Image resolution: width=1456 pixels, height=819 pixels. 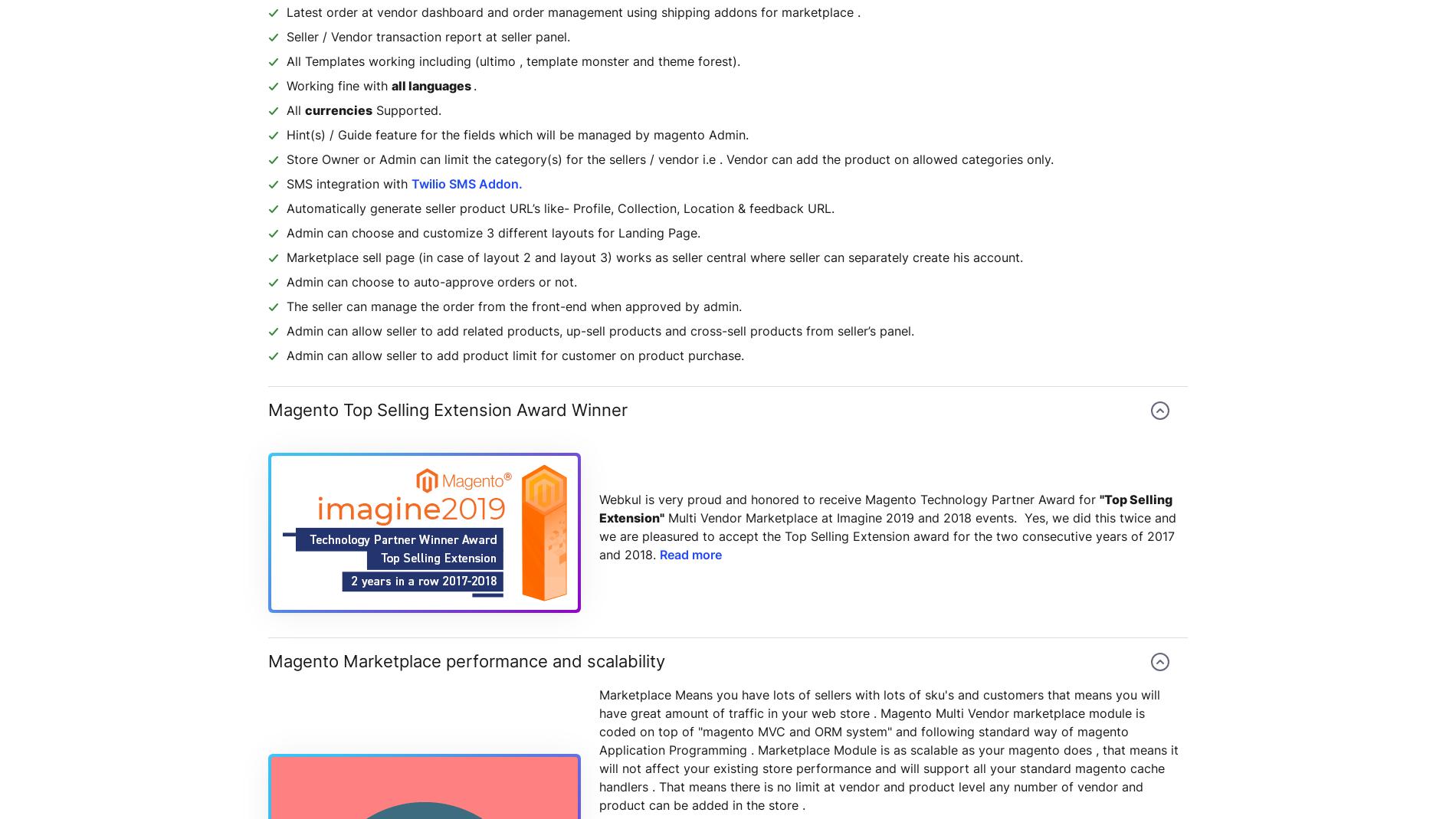 What do you see at coordinates (431, 281) in the screenshot?
I see `'Admin can choose to auto-approve orders or not.'` at bounding box center [431, 281].